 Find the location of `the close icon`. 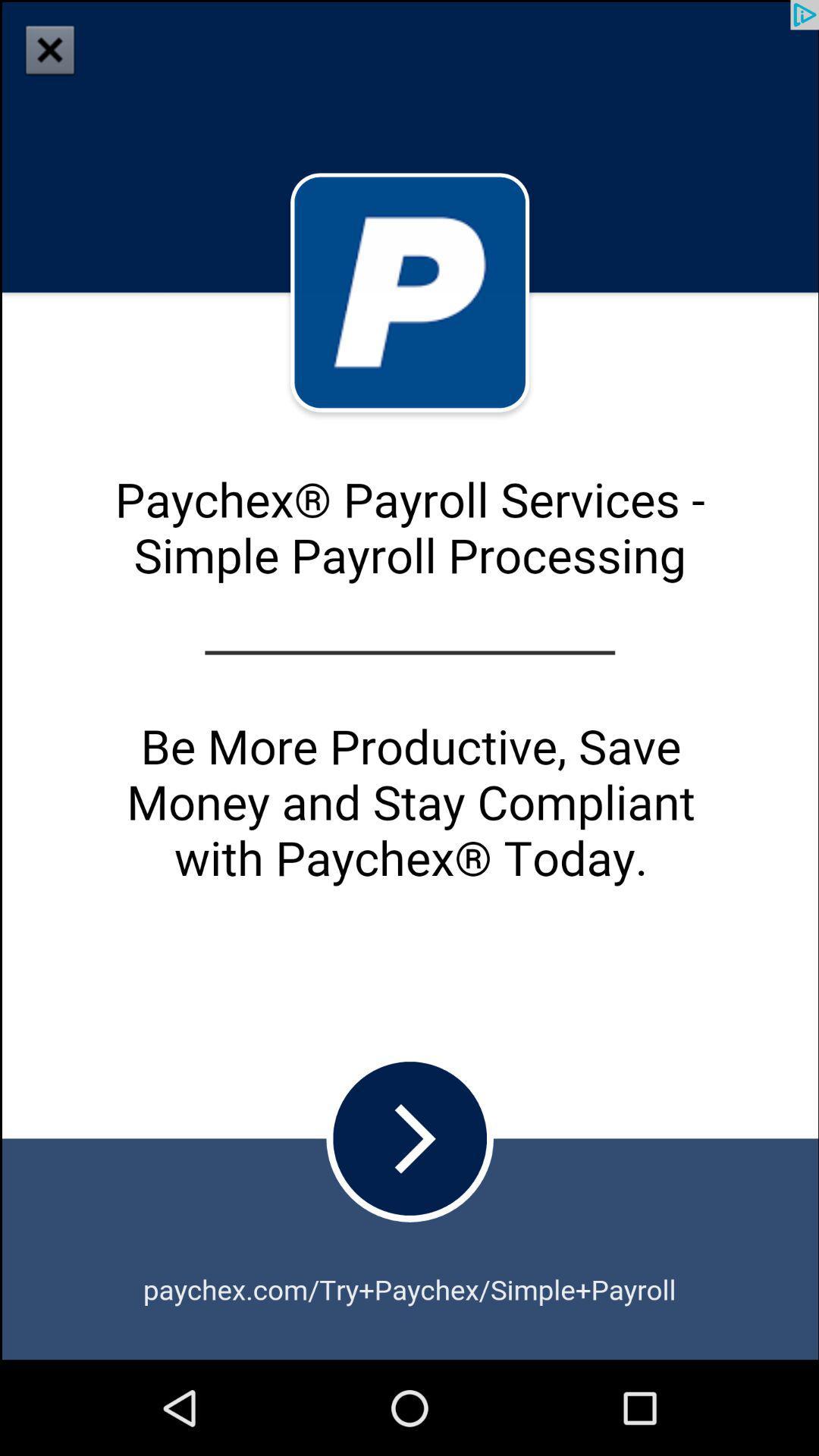

the close icon is located at coordinates (49, 53).